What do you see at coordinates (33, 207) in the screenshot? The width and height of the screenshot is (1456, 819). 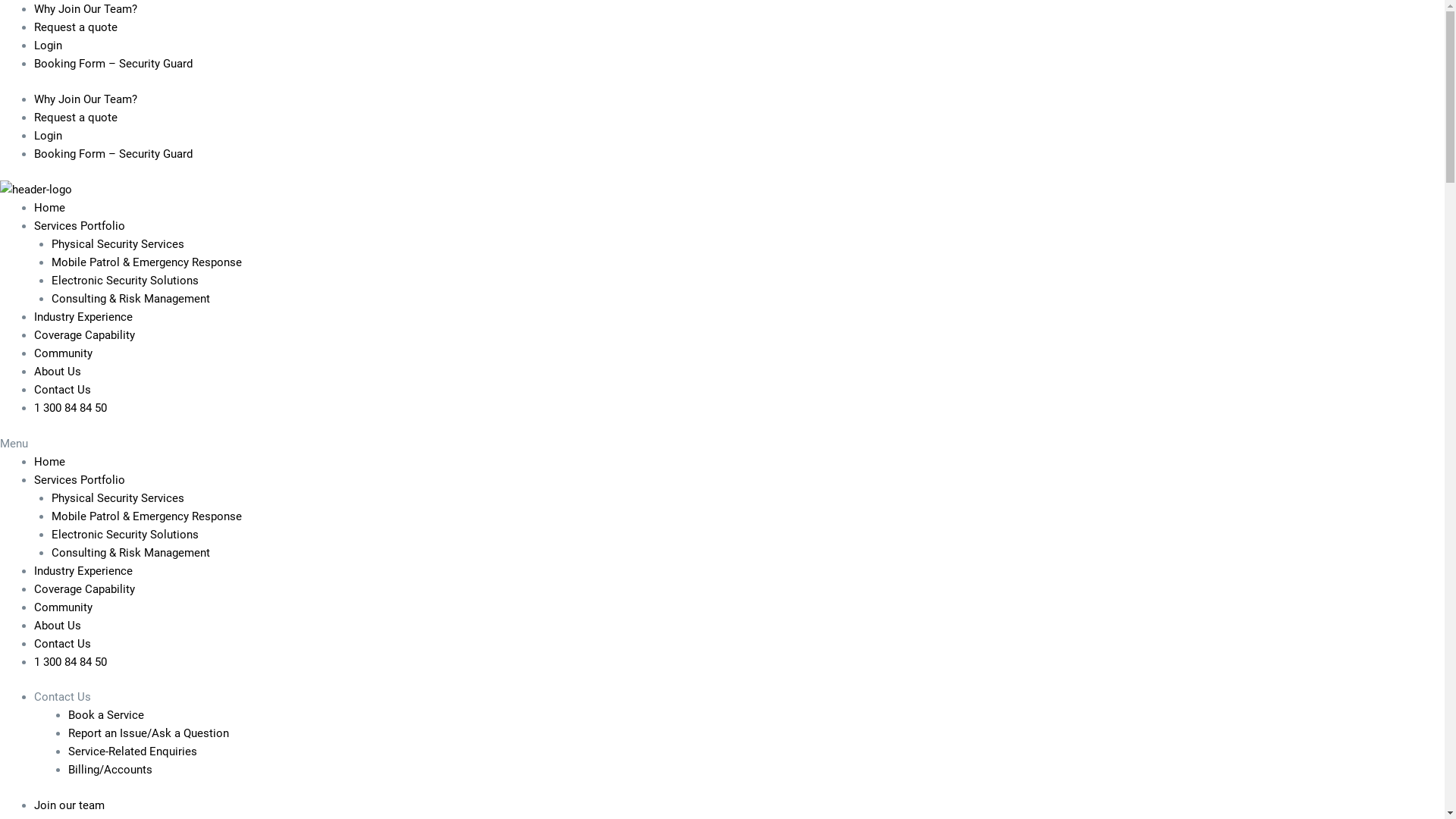 I see `'Home'` at bounding box center [33, 207].